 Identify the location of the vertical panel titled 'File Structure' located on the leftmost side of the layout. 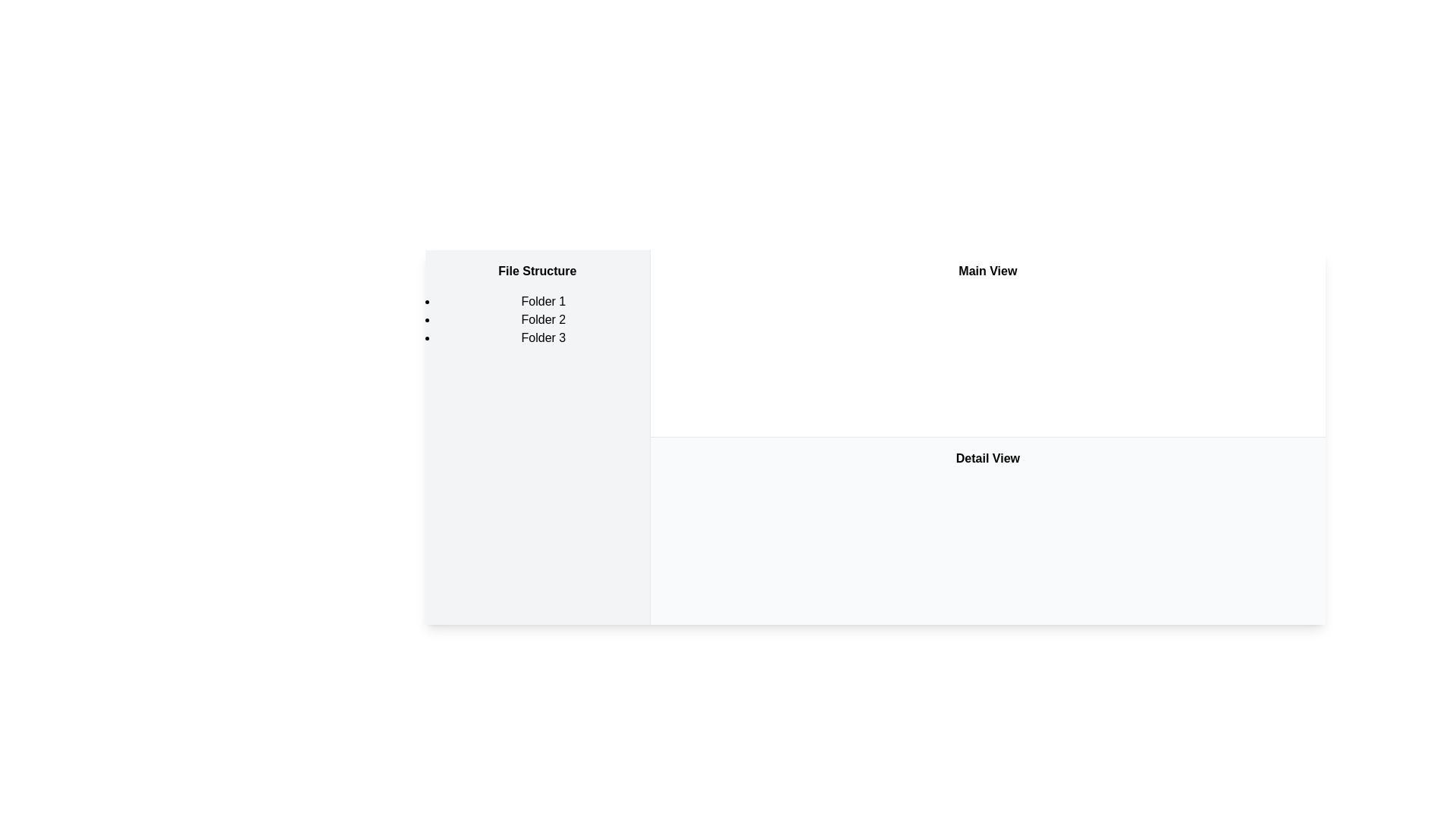
(538, 438).